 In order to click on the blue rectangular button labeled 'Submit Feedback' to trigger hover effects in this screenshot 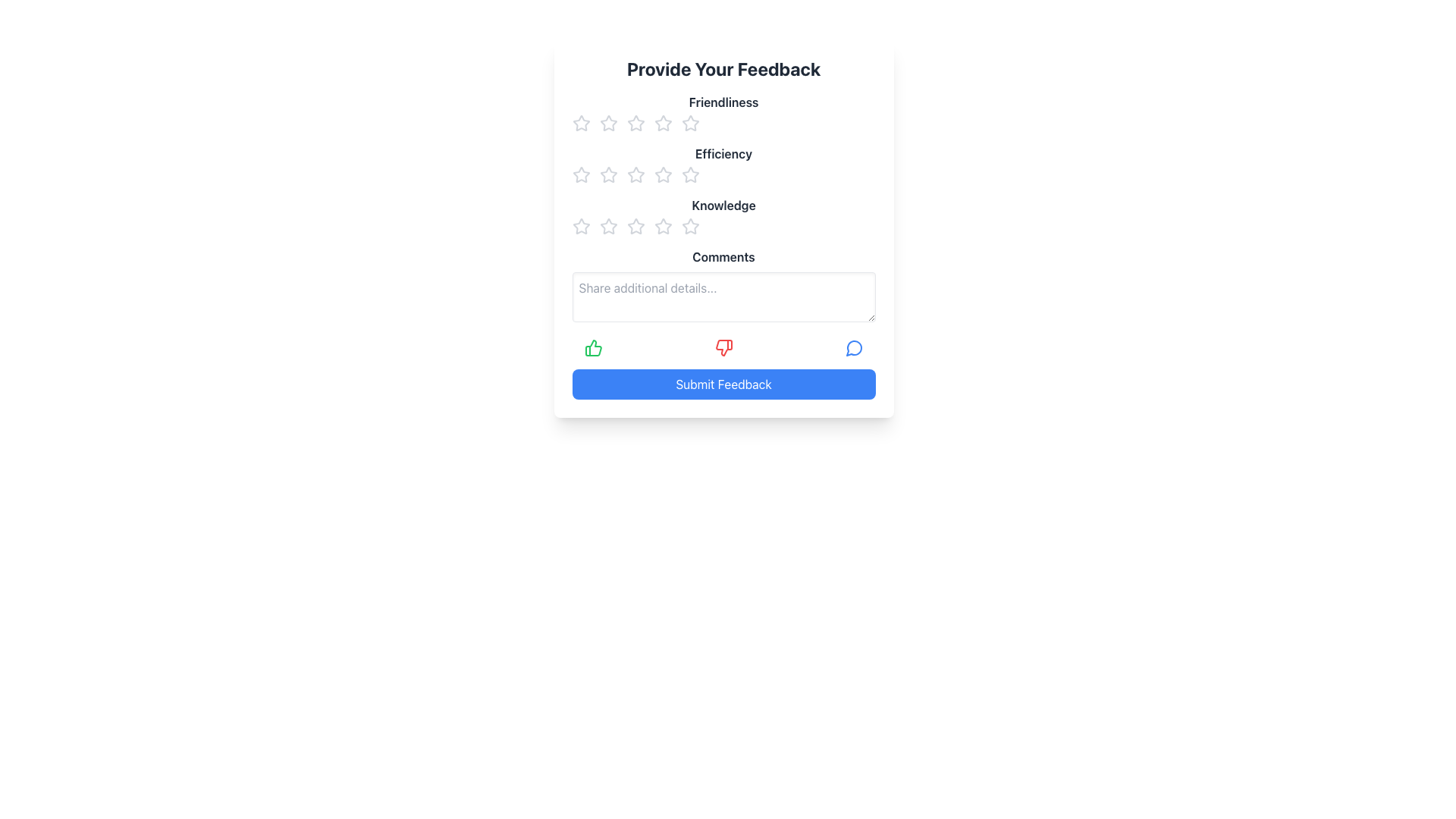, I will do `click(723, 383)`.